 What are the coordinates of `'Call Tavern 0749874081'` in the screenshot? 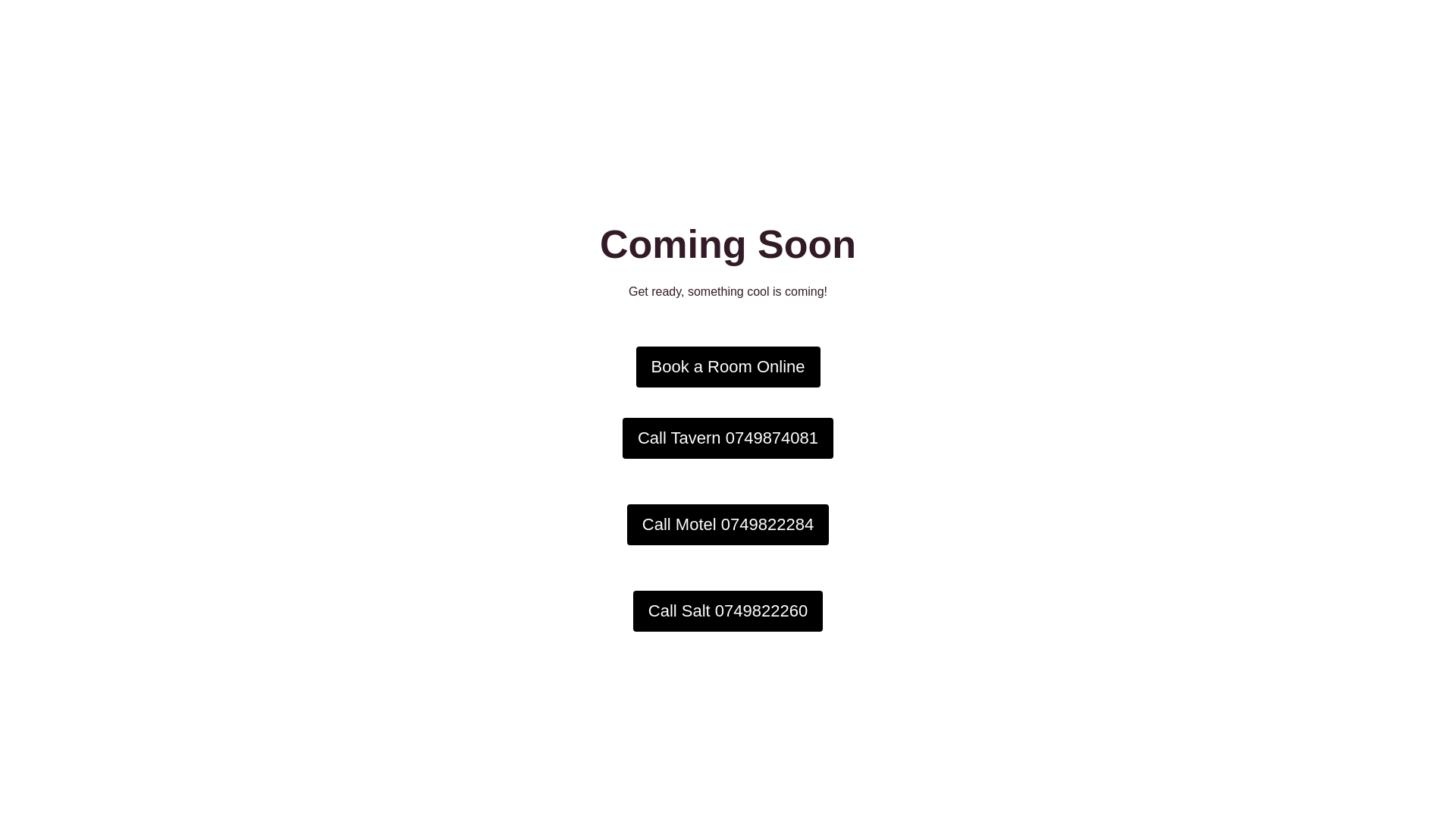 It's located at (728, 438).